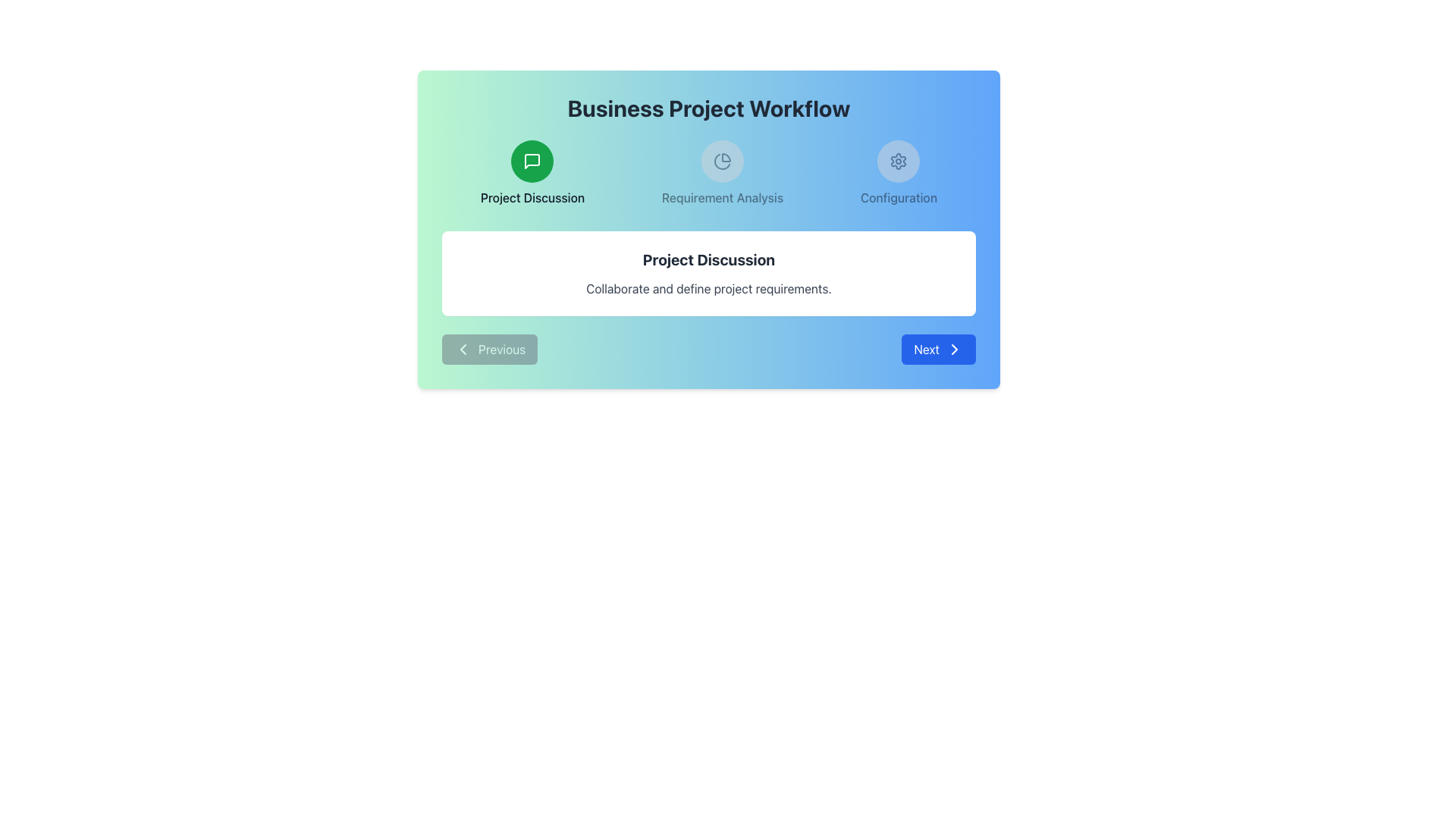 Image resolution: width=1456 pixels, height=819 pixels. I want to click on the 'Next' button located in the bottom-right corner of the panel, so click(938, 350).